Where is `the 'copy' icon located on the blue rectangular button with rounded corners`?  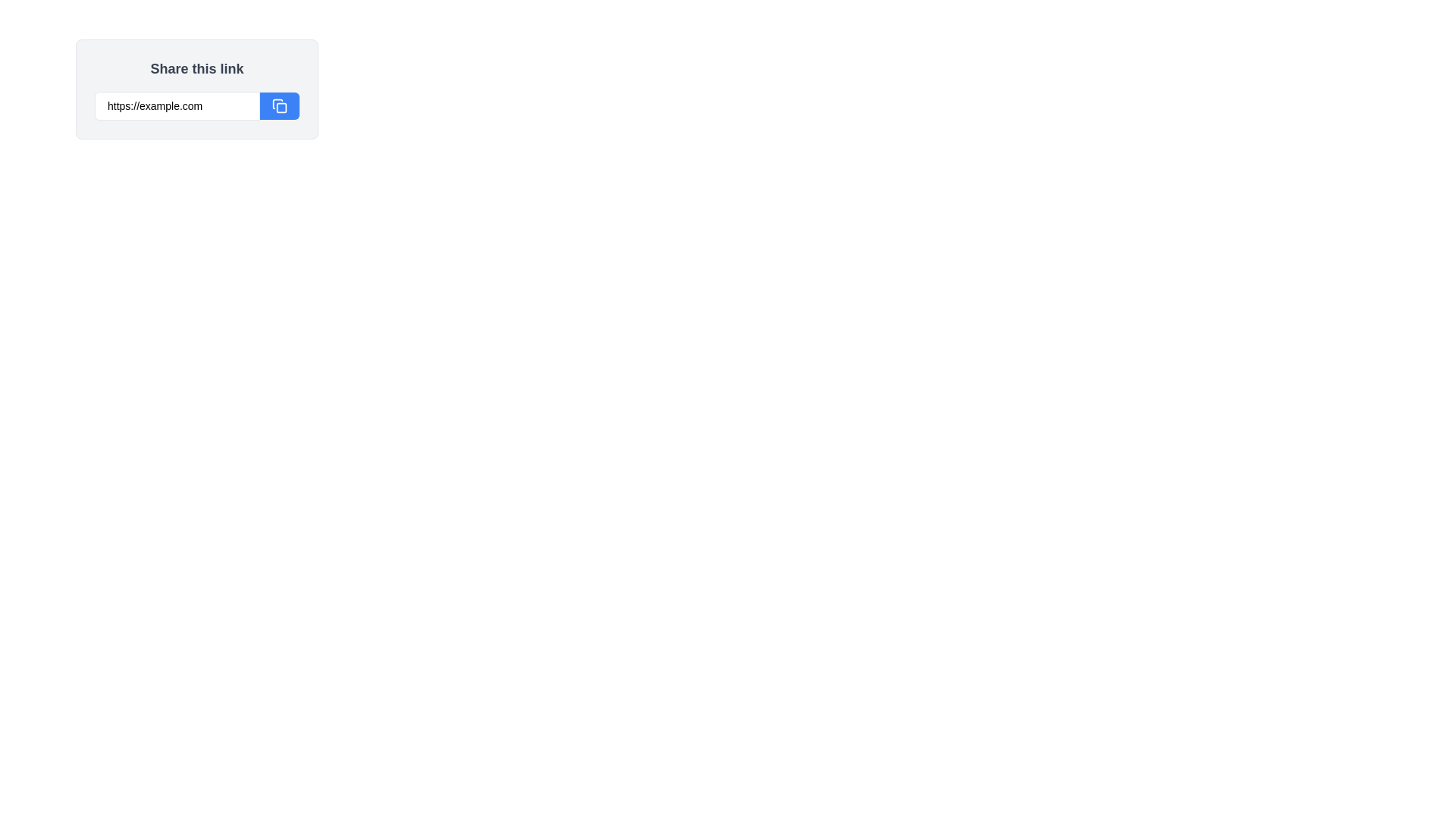
the 'copy' icon located on the blue rectangular button with rounded corners is located at coordinates (280, 105).